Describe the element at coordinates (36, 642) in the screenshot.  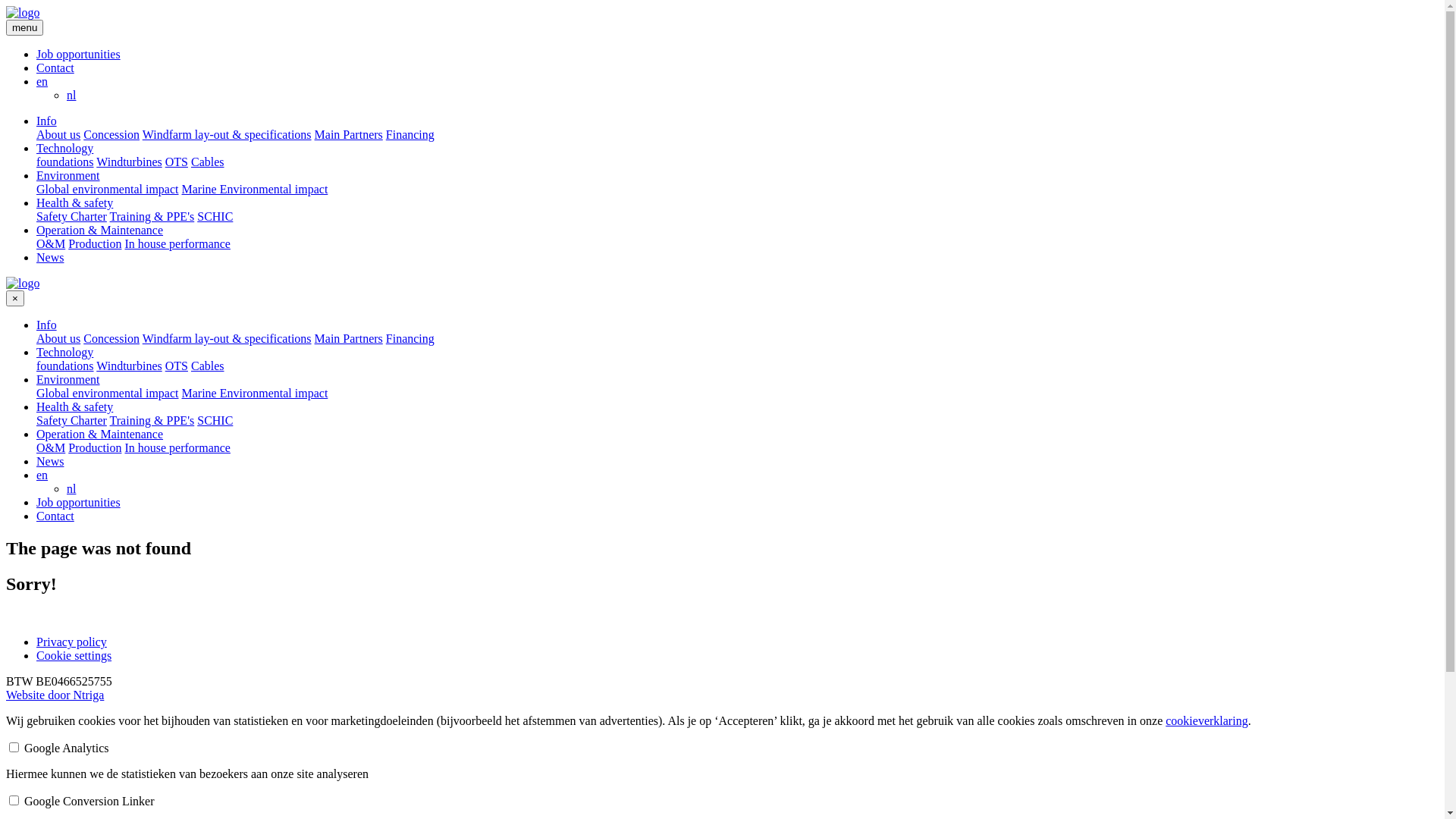
I see `'Privacy policy'` at that location.